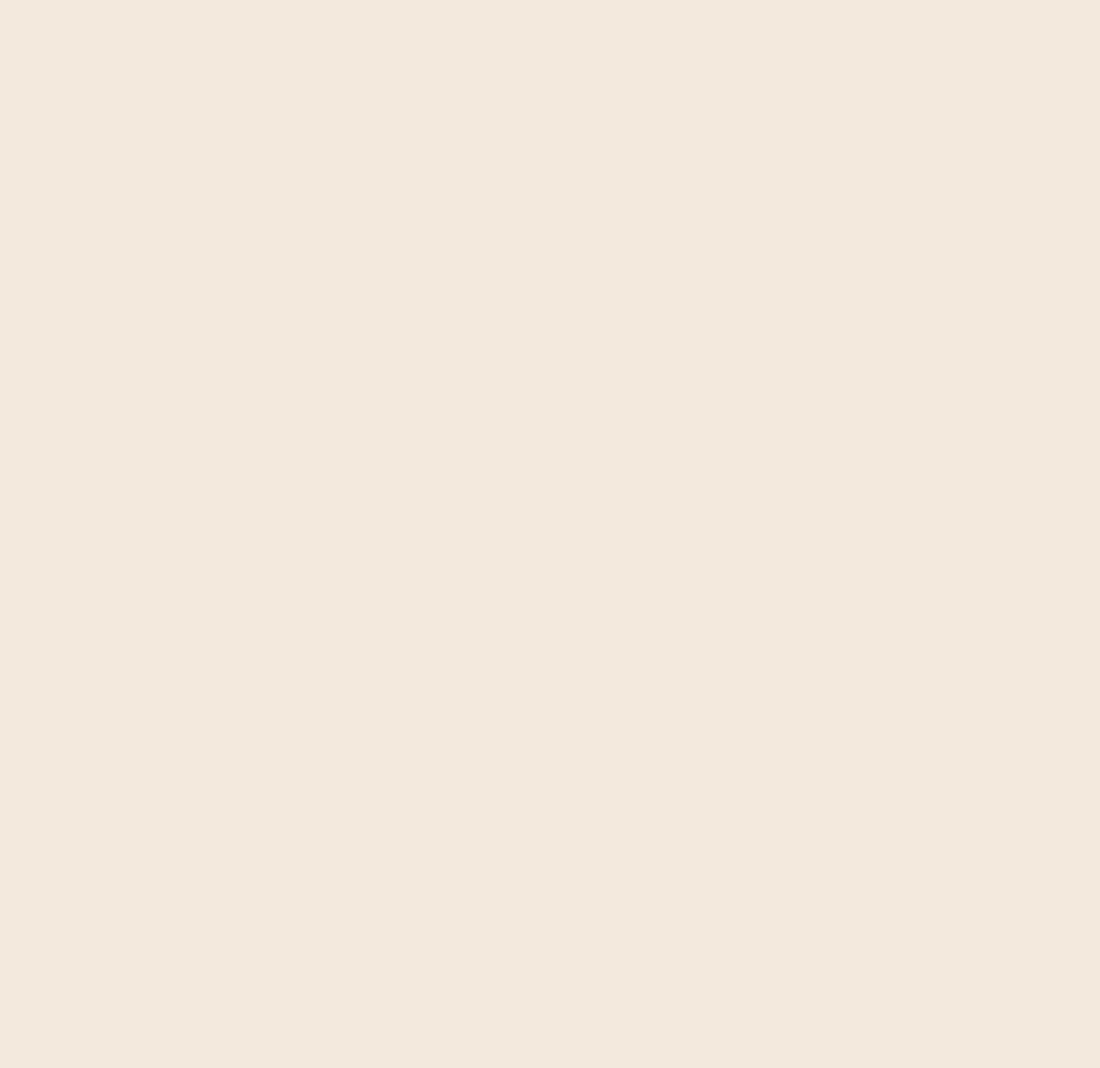  What do you see at coordinates (135, 614) in the screenshot?
I see `'Download  Chinese Simplified'` at bounding box center [135, 614].